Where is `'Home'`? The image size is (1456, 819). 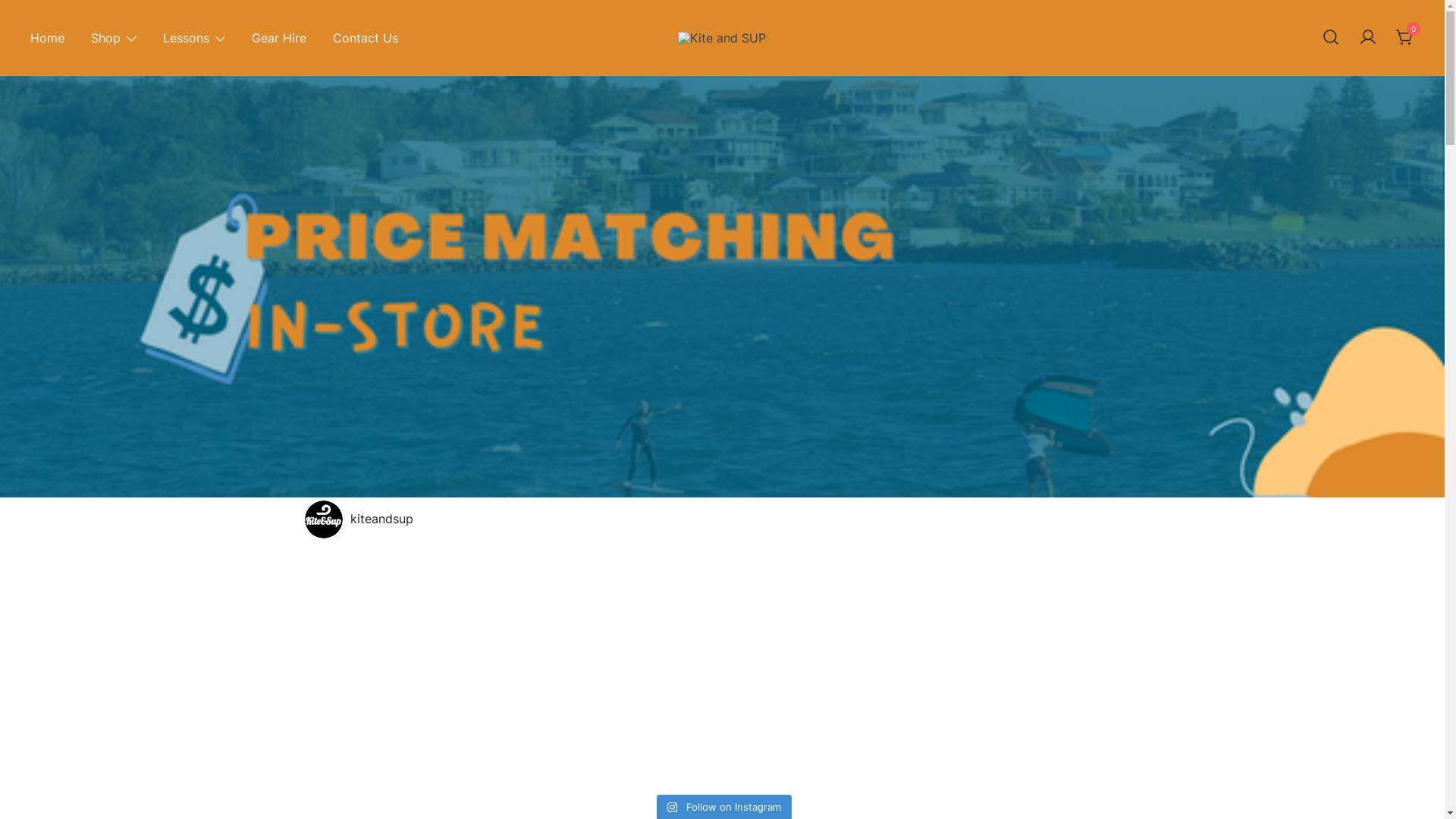 'Home' is located at coordinates (30, 37).